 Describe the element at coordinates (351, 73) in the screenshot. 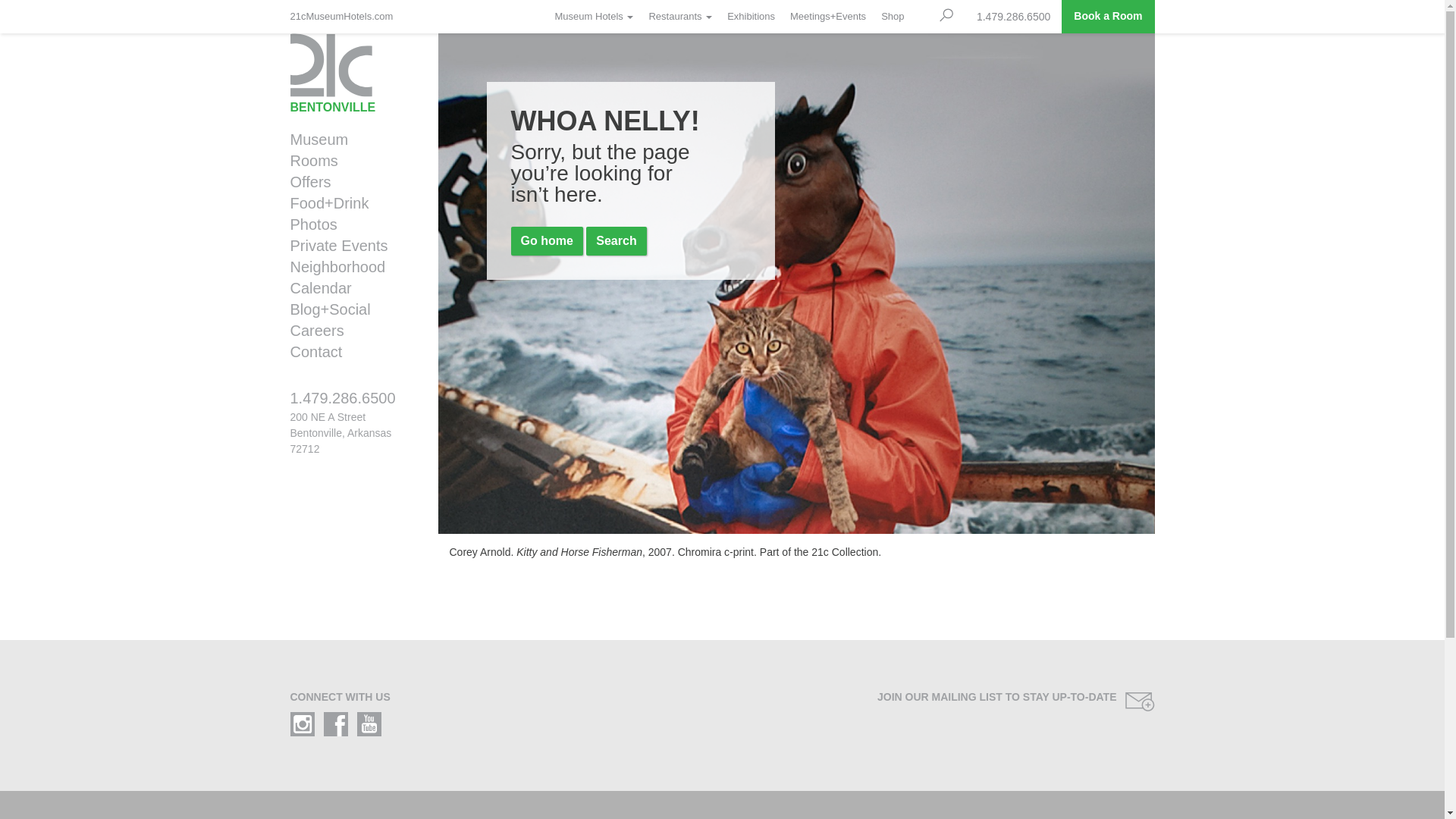

I see `'BENTONVILLE'` at that location.